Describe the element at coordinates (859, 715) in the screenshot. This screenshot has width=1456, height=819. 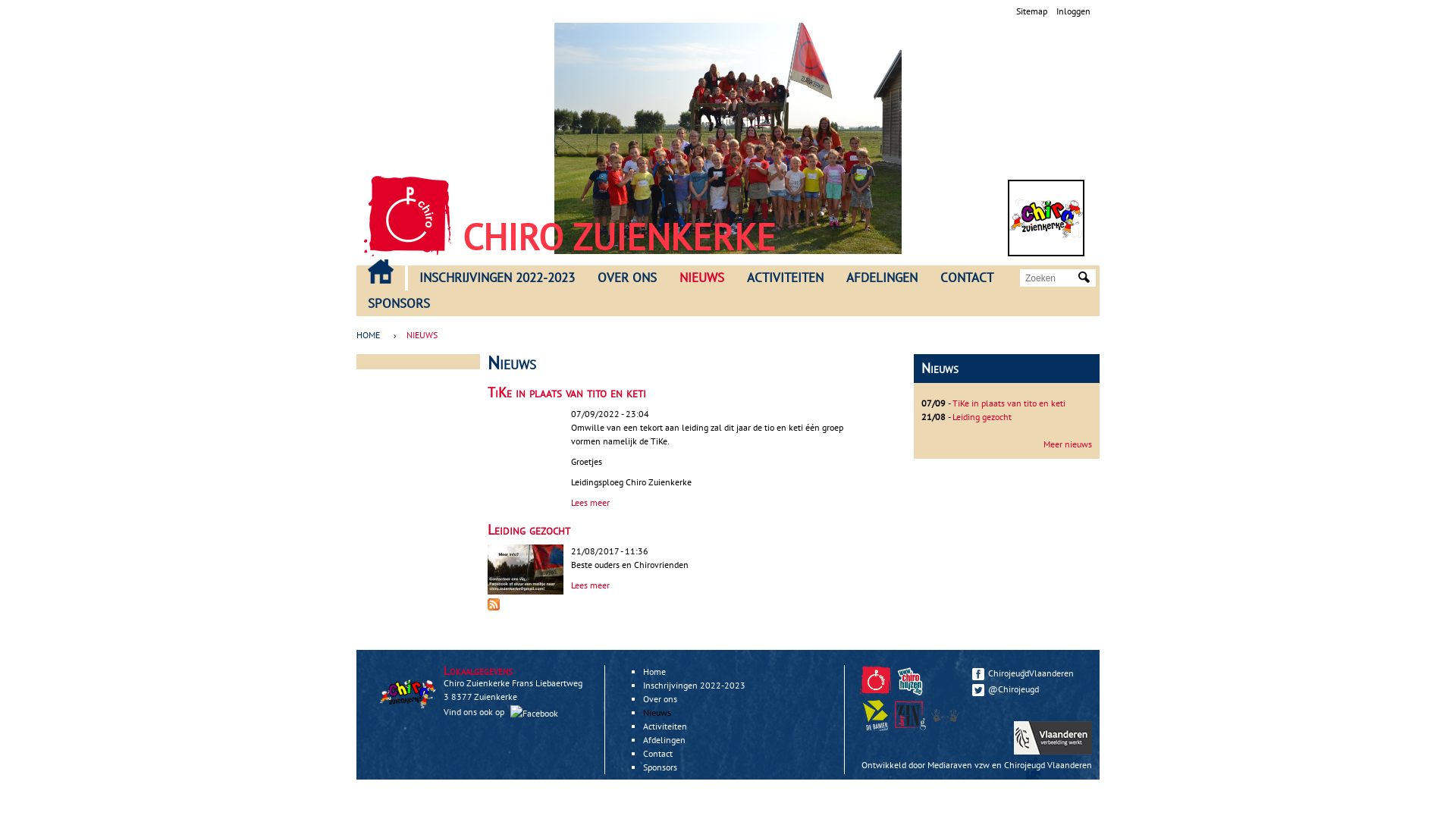
I see `'De Banier'` at that location.